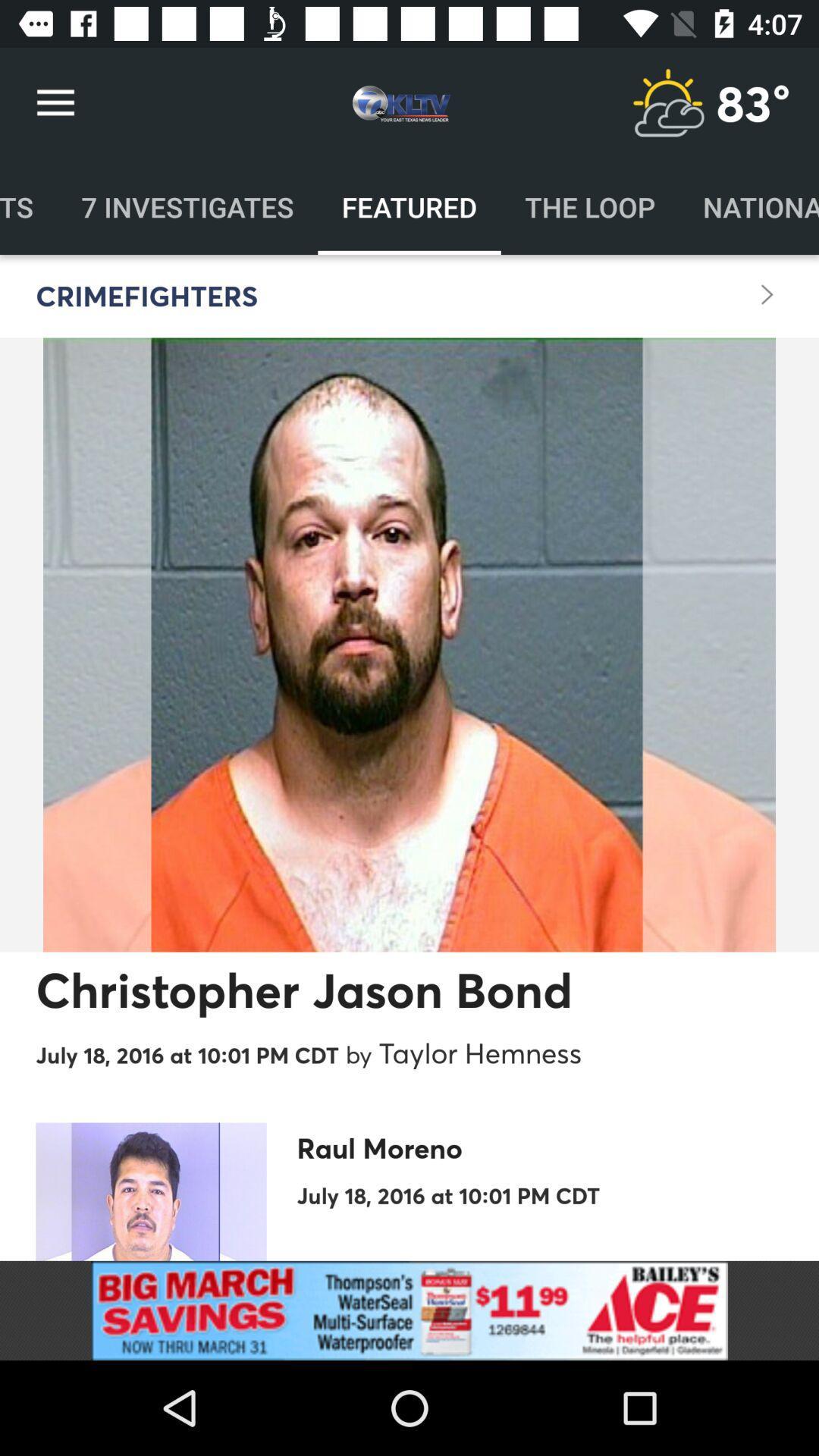 The height and width of the screenshot is (1456, 819). I want to click on for advertisement, so click(409, 1310).